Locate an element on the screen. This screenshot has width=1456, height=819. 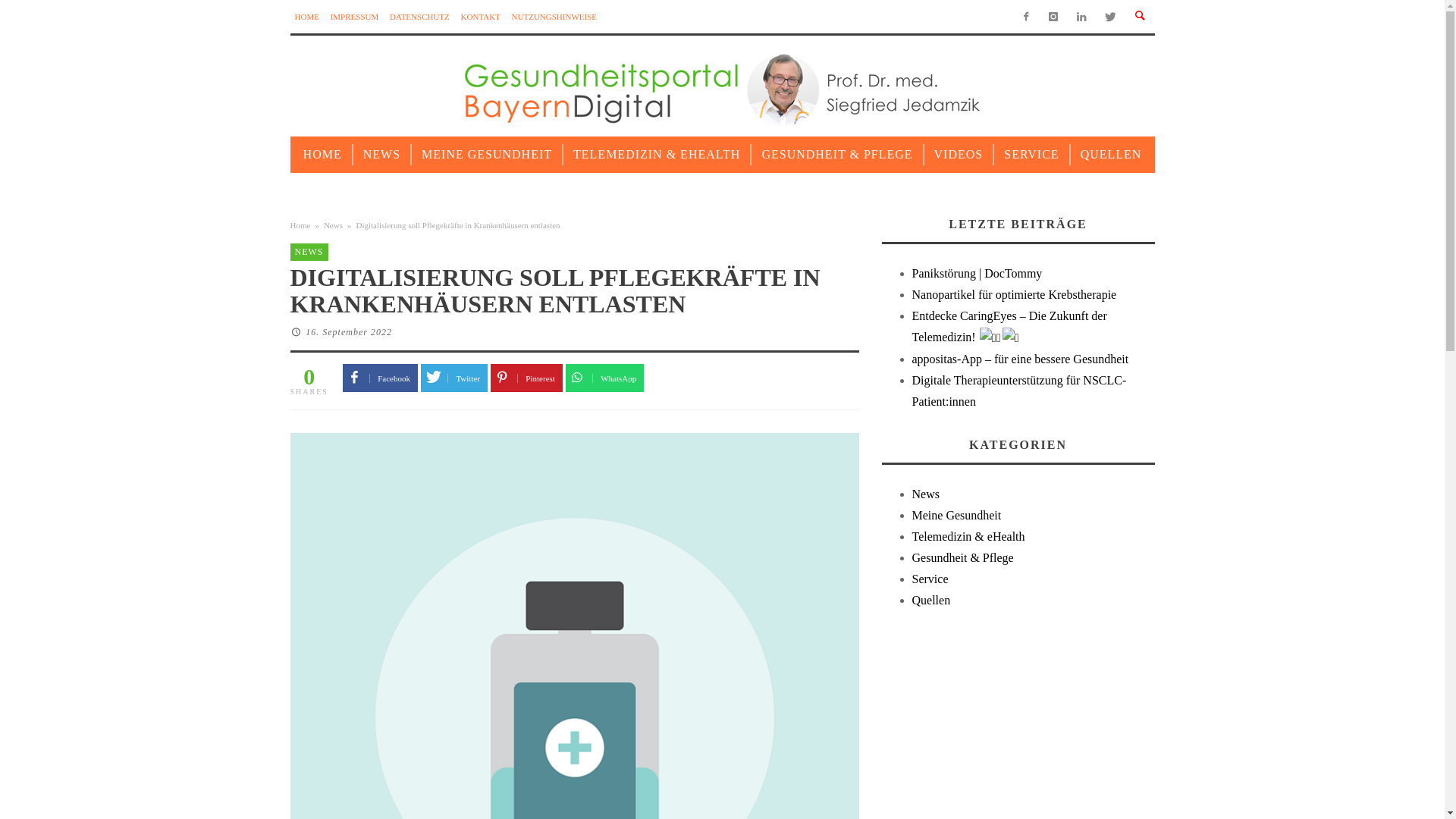
'News' is located at coordinates (332, 225).